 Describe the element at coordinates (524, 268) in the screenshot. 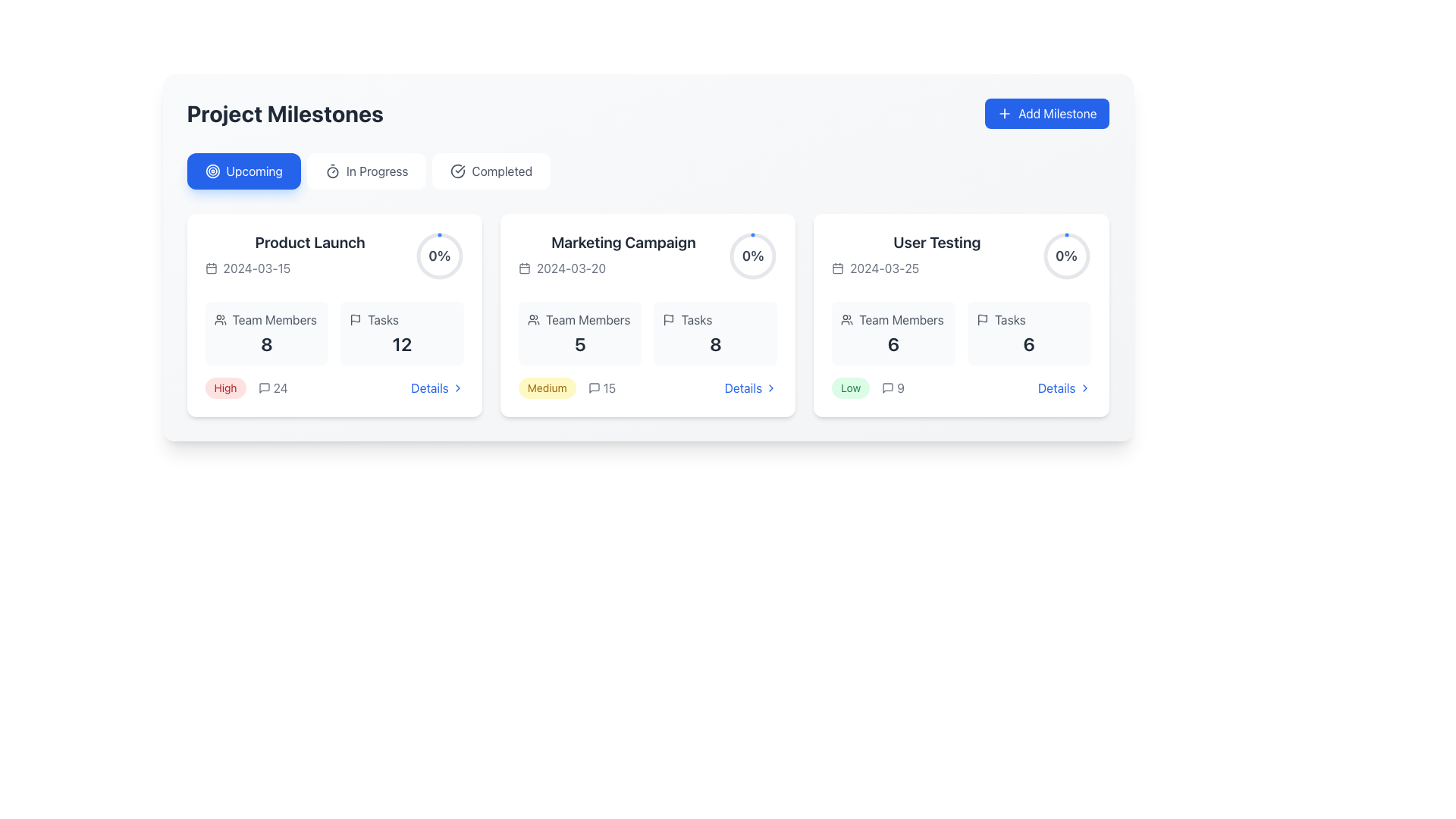

I see `the calendar icon located to the left of the date text '2024-03-20' in the second card from the left` at that location.